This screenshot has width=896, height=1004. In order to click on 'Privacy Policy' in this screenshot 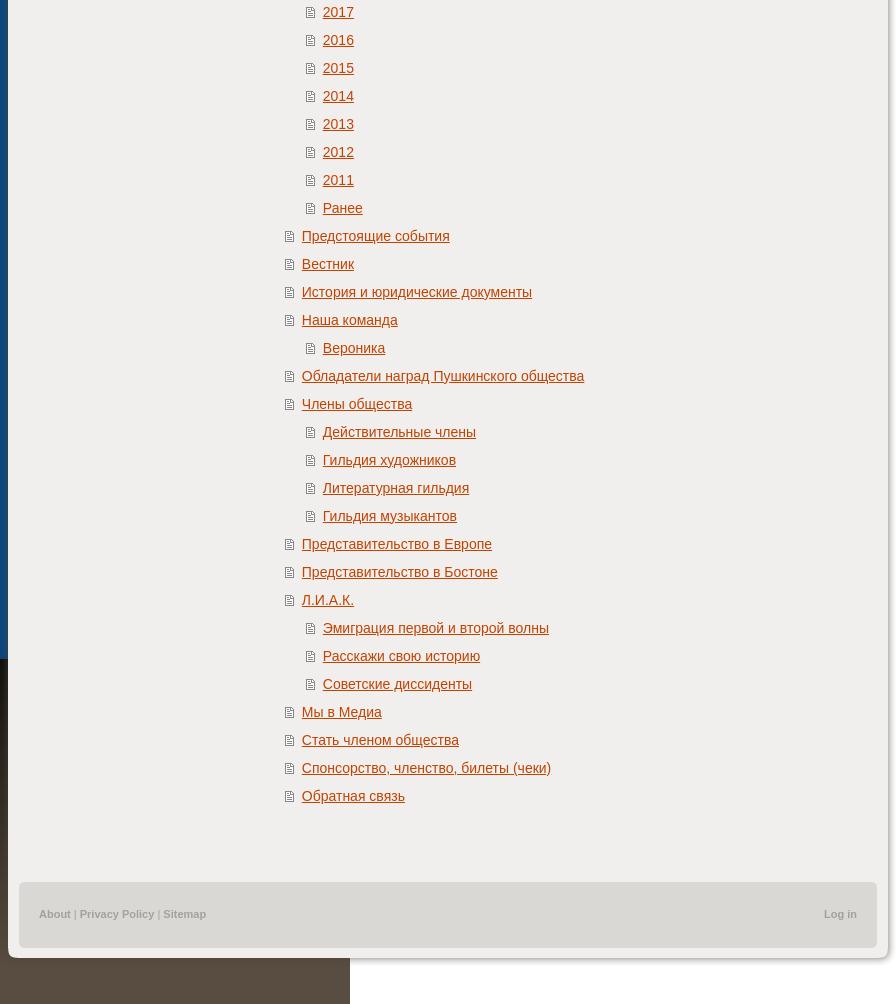, I will do `click(116, 913)`.